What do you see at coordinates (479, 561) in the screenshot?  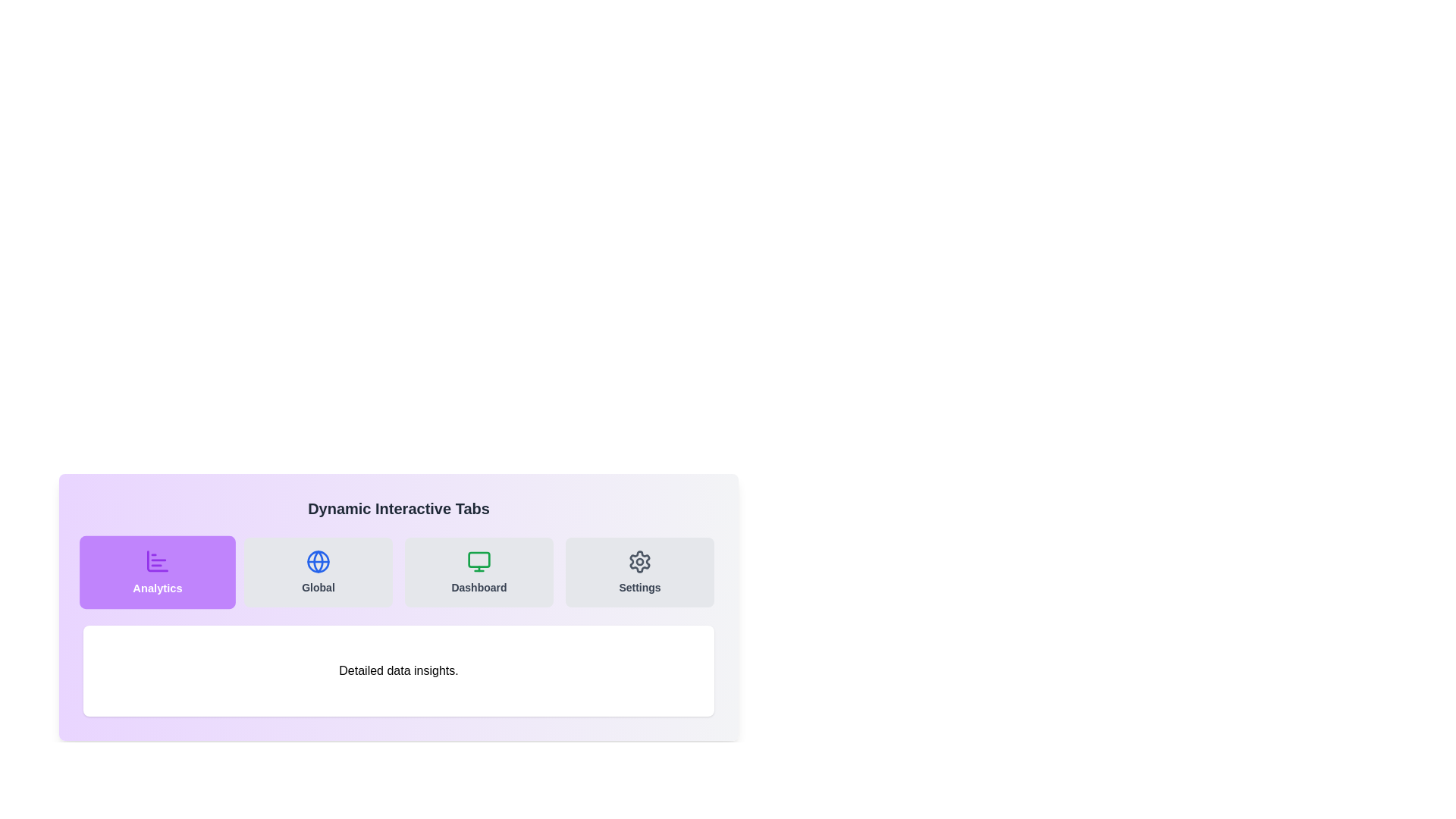 I see `the green-outline monitor icon positioned above the 'Dashboard' label` at bounding box center [479, 561].